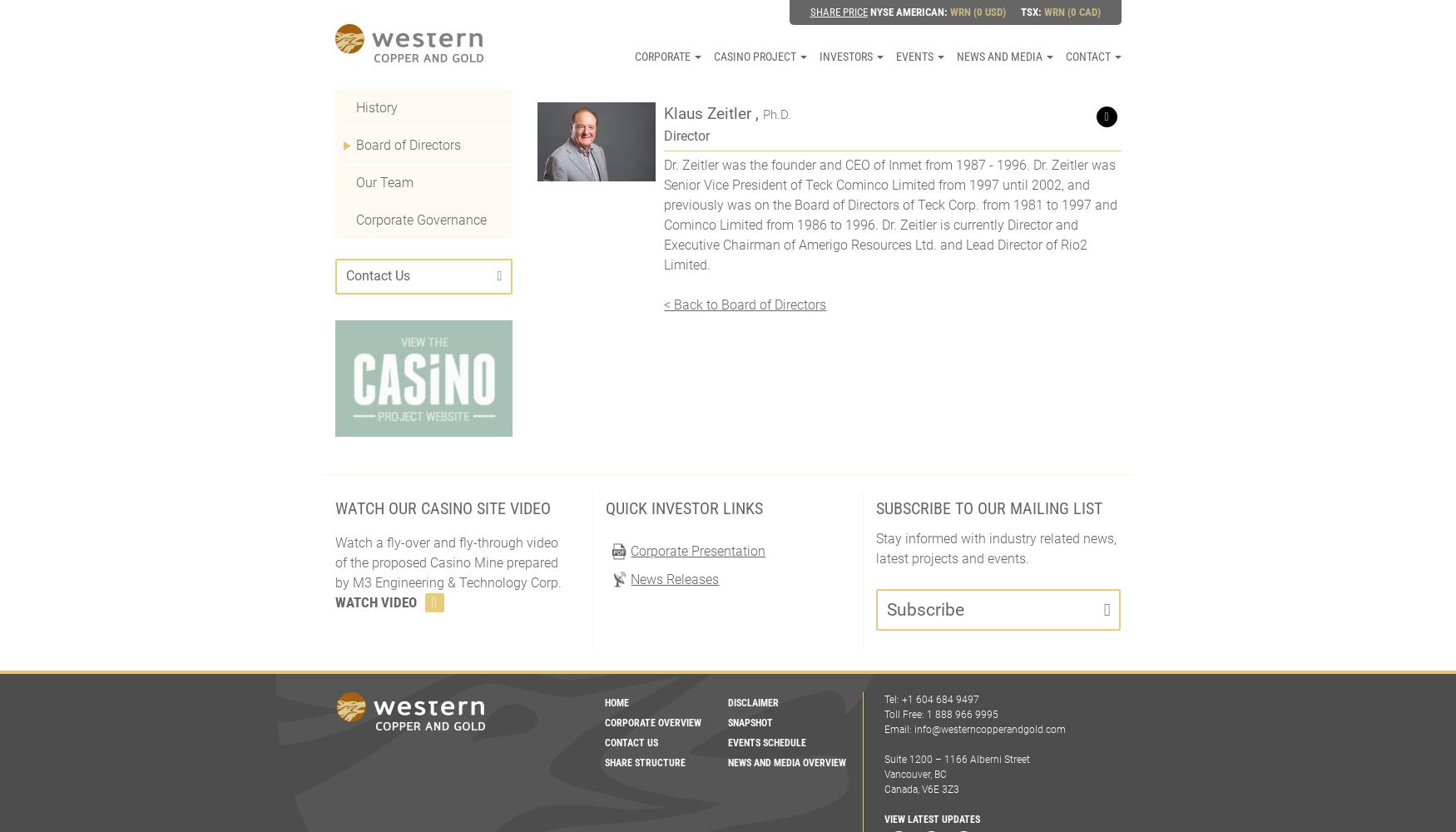 This screenshot has width=1456, height=832. Describe the element at coordinates (819, 56) in the screenshot. I see `'Investors'` at that location.